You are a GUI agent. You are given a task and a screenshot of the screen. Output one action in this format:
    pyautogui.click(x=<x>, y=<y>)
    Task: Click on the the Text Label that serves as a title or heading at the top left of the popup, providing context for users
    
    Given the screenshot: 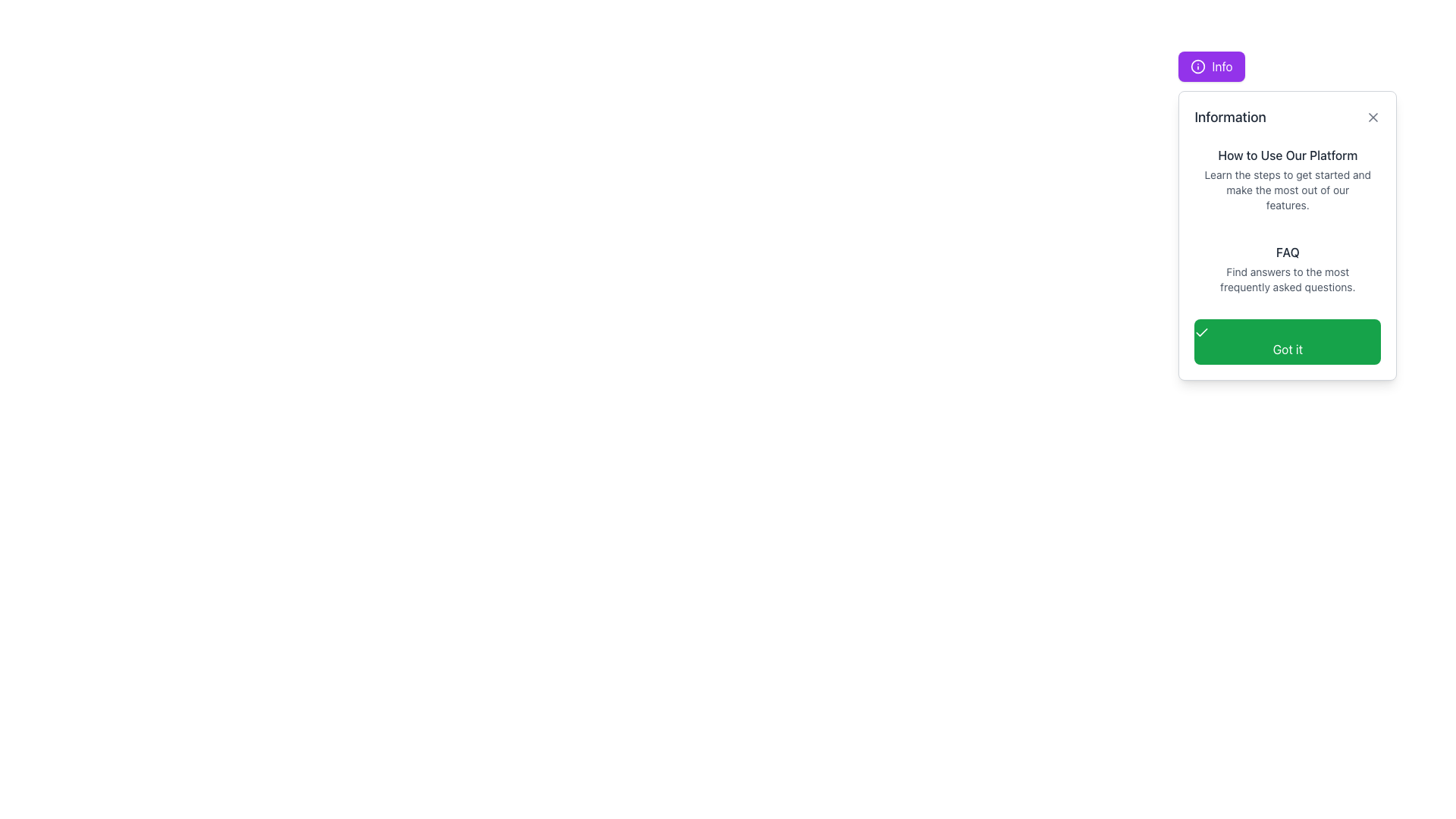 What is the action you would take?
    pyautogui.click(x=1230, y=116)
    